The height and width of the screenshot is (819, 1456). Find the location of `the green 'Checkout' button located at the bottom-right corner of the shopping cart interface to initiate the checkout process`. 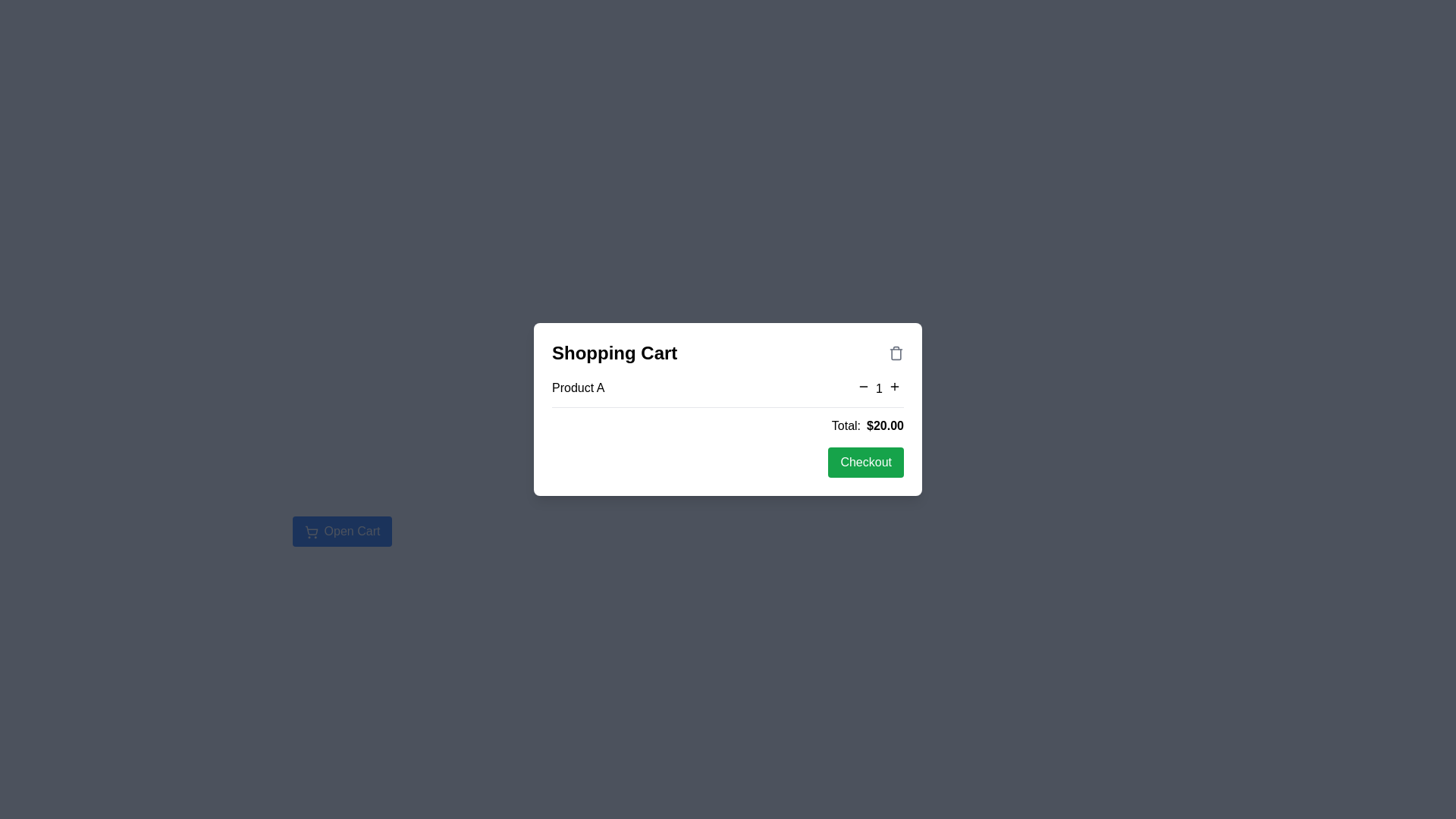

the green 'Checkout' button located at the bottom-right corner of the shopping cart interface to initiate the checkout process is located at coordinates (866, 461).